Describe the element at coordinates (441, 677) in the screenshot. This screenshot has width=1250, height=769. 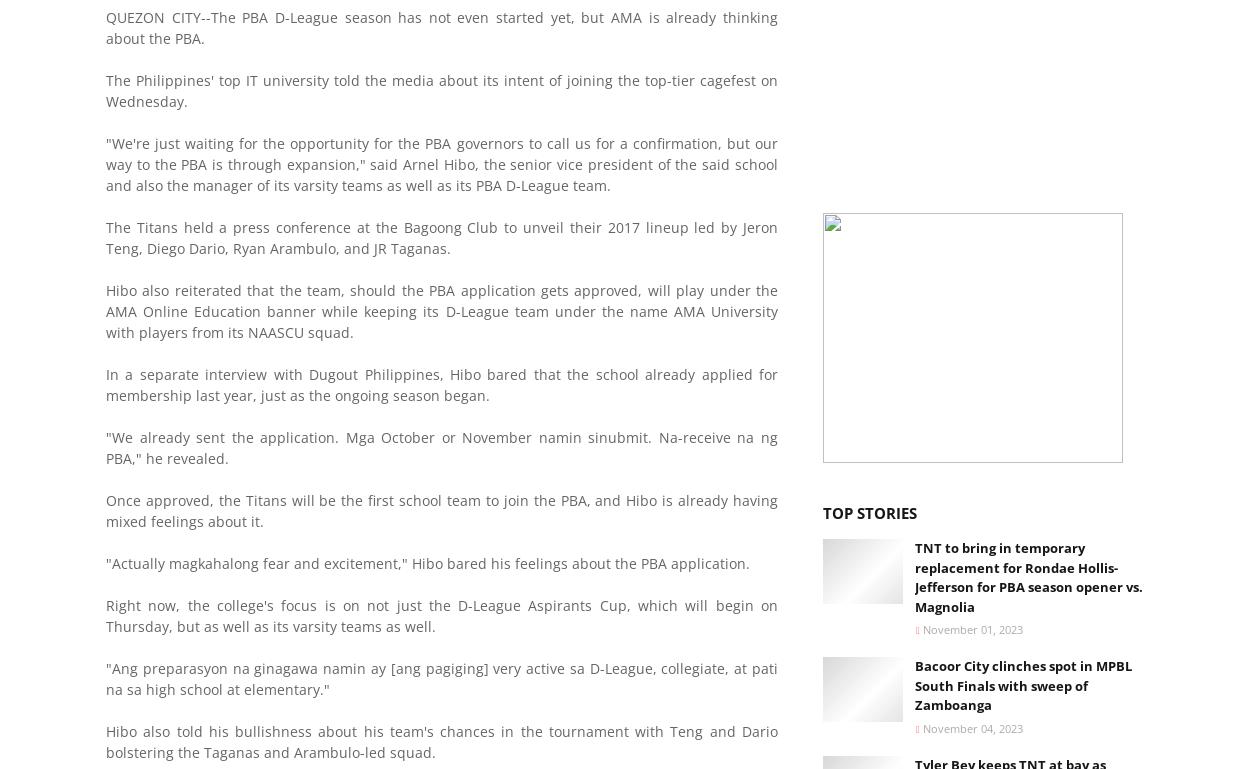
I see `'very active sa D-League, collegiate, at pati na sa high school at elementary."'` at that location.